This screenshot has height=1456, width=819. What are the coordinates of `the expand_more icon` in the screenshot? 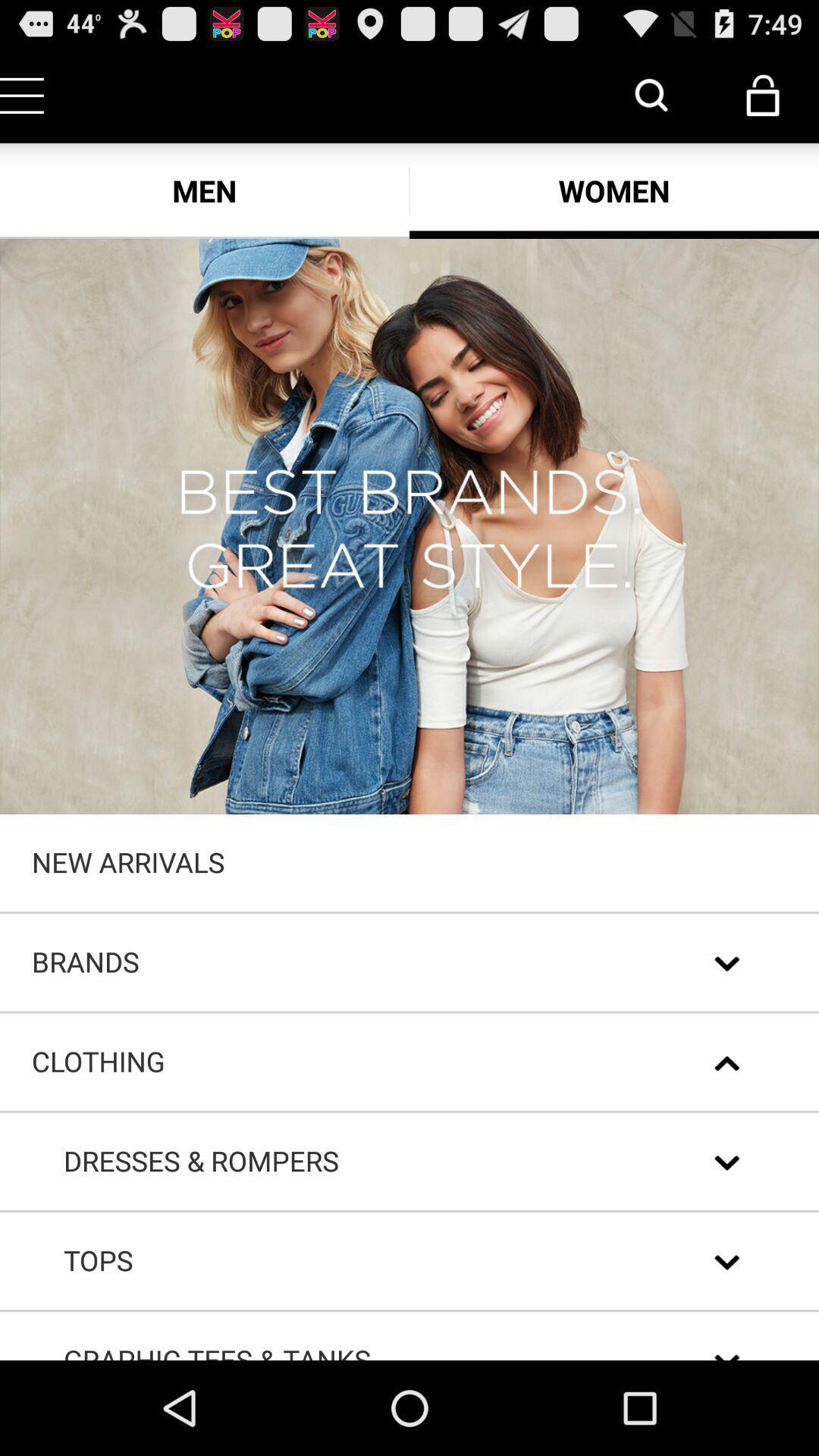 It's located at (726, 1351).